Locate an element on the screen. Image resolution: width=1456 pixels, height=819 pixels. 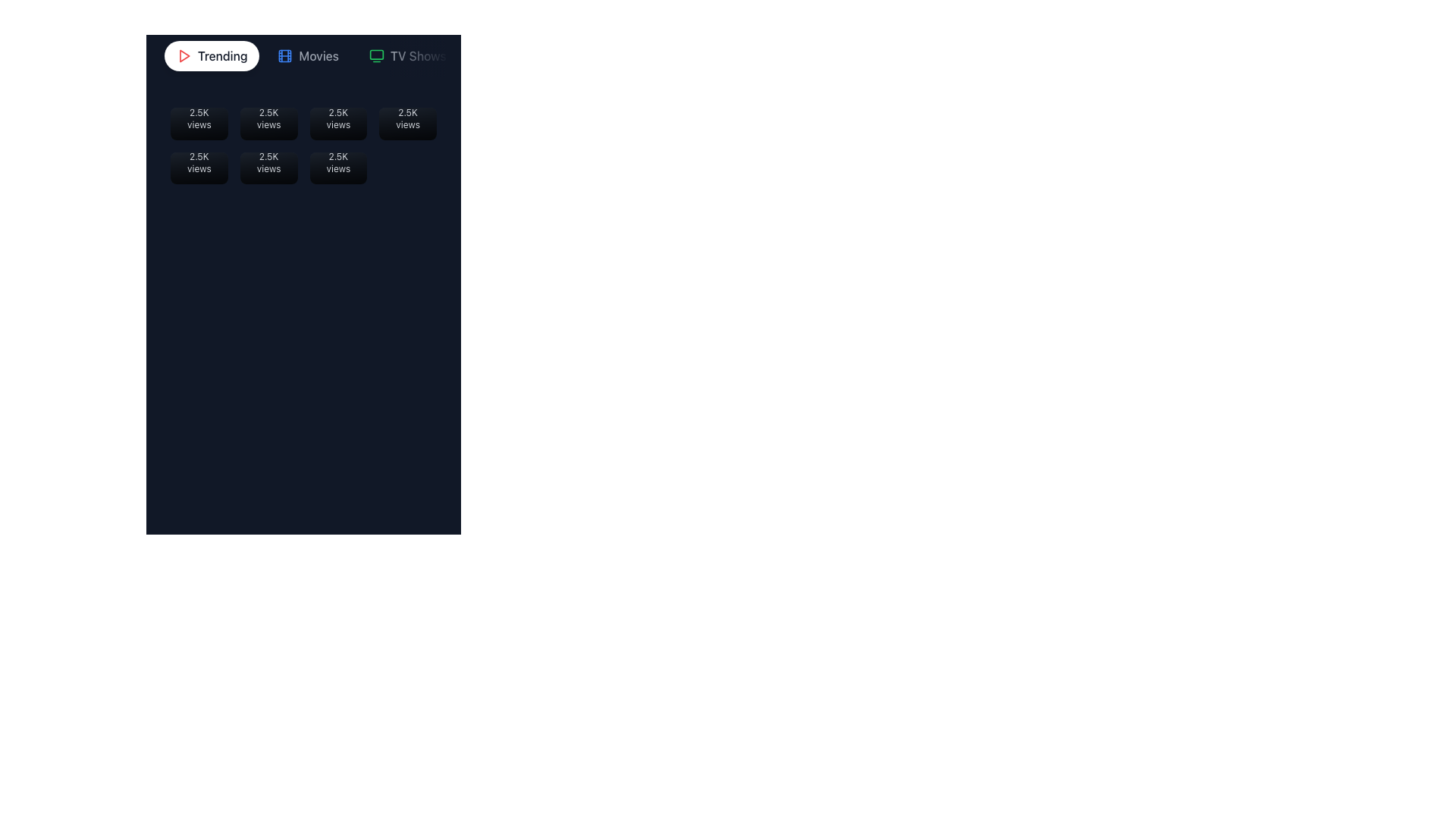
the view count display for 'Content Title 2', which is the second item in the top row of the grid layout is located at coordinates (268, 110).